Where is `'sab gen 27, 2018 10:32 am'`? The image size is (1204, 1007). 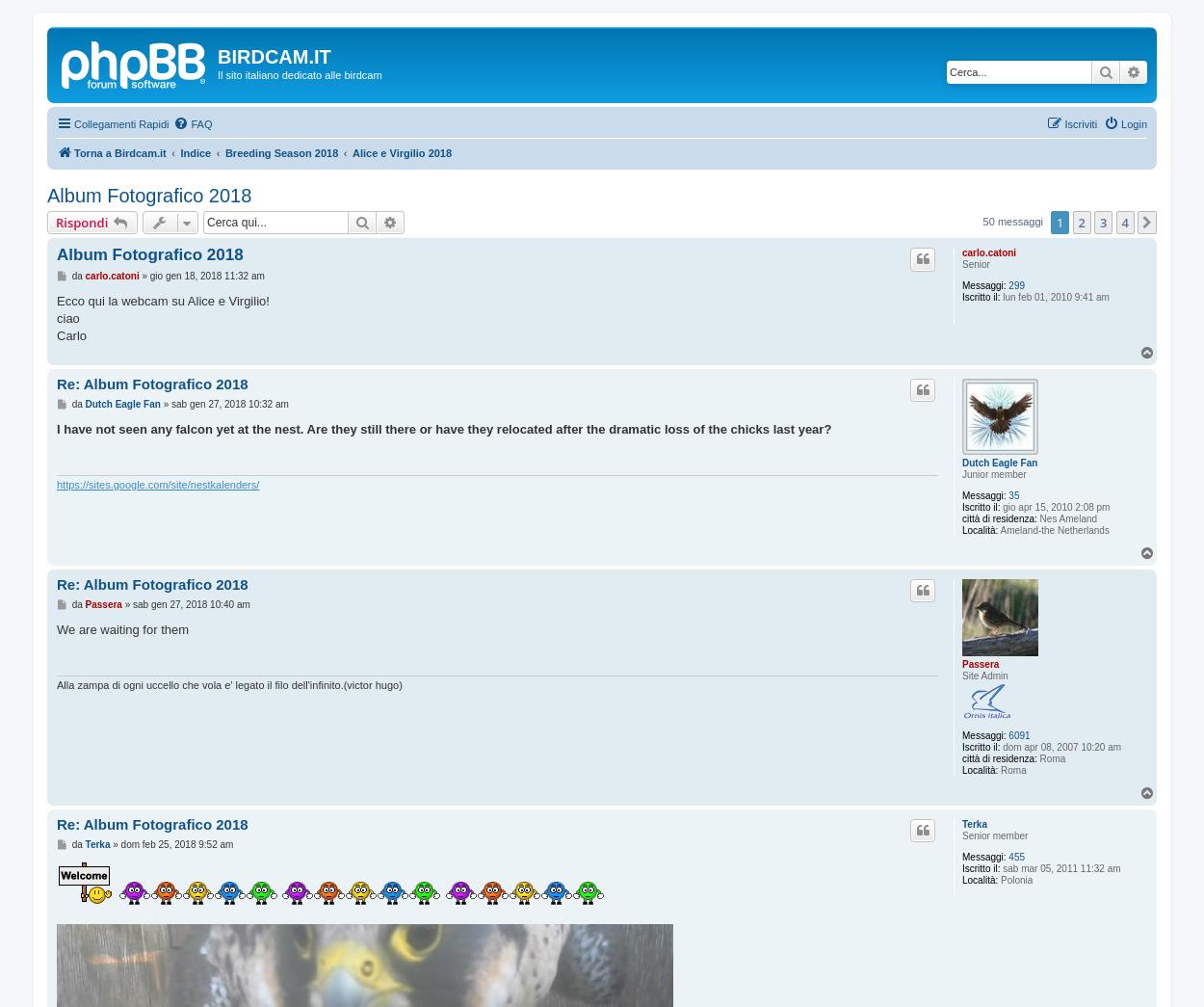
'sab gen 27, 2018 10:32 am' is located at coordinates (228, 403).